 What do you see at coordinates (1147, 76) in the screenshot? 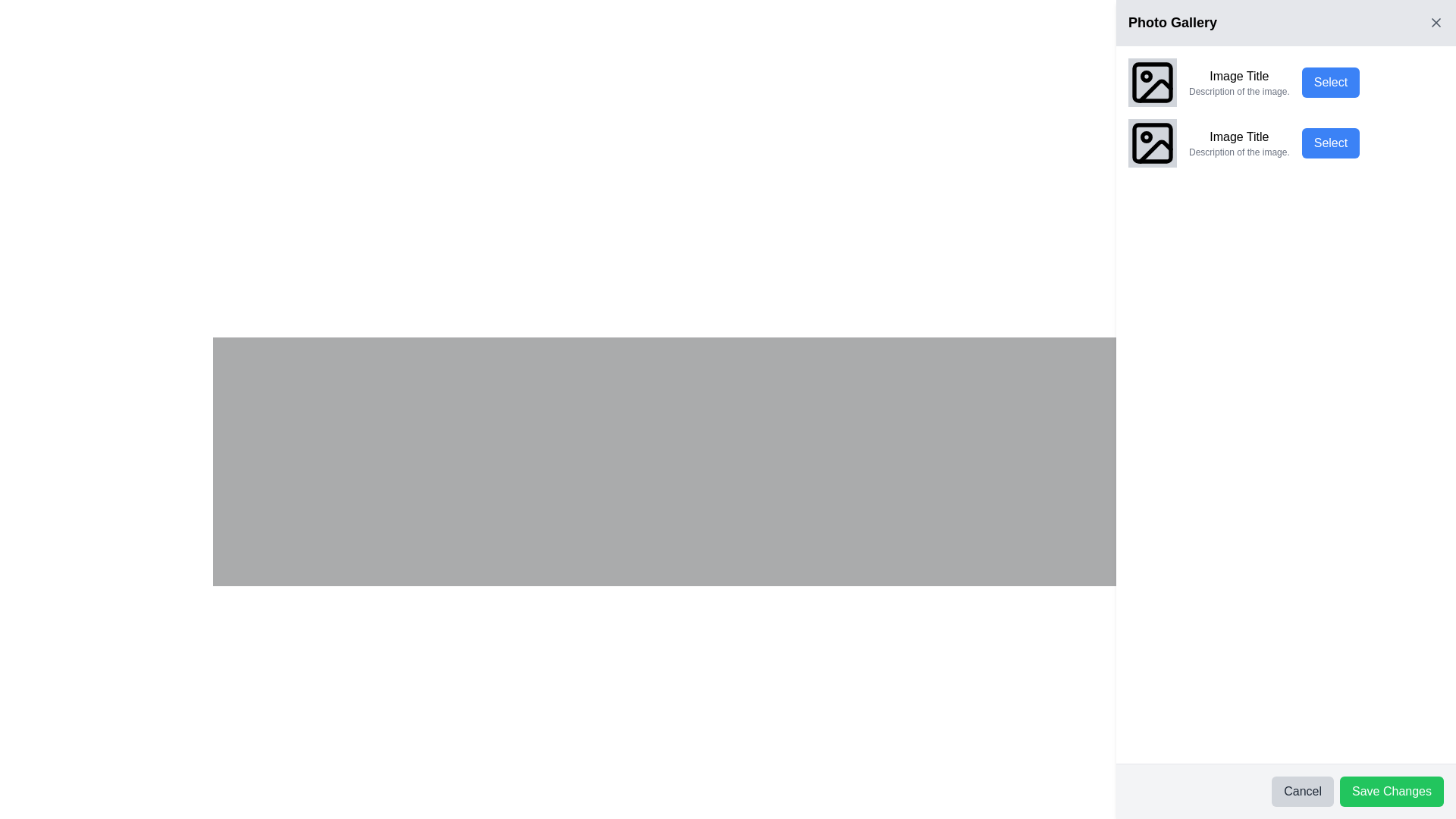
I see `the decorative circle element within the SVG graphic located at the top of the photo gallery interface` at bounding box center [1147, 76].